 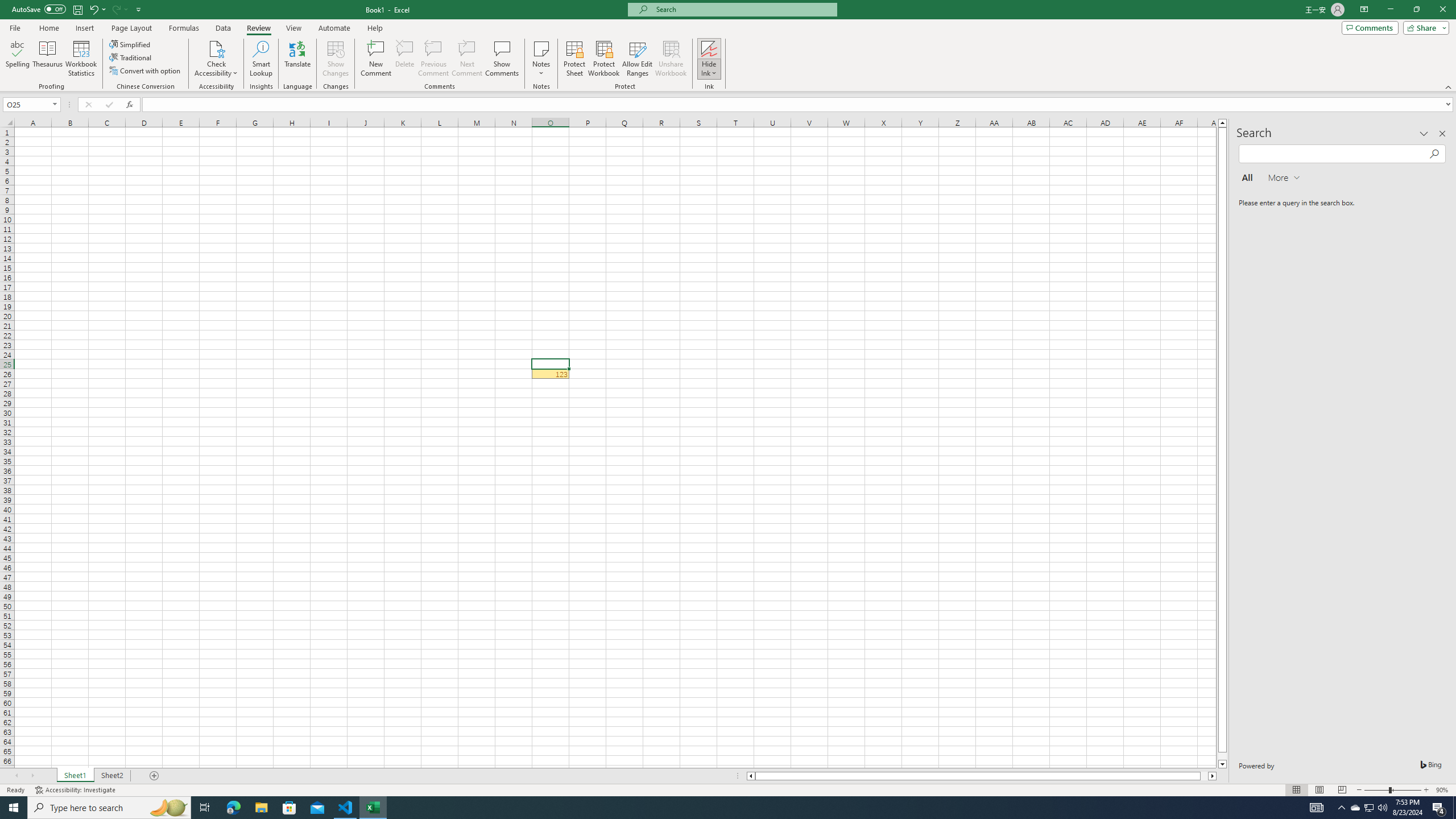 I want to click on 'Normal', so click(x=1296, y=790).